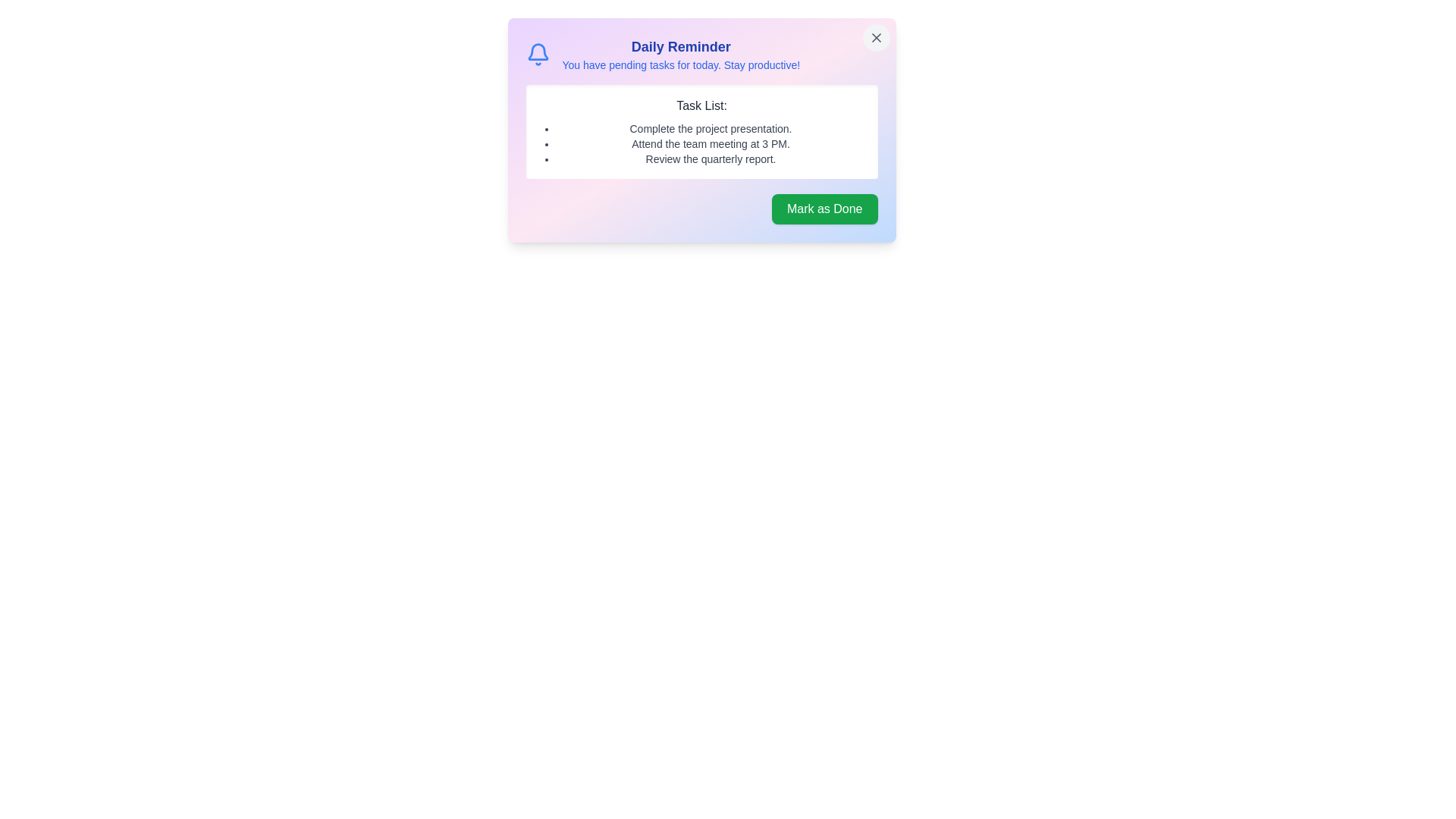 The width and height of the screenshot is (1456, 819). Describe the element at coordinates (876, 37) in the screenshot. I see `the close button located at the top-right corner of the notification` at that location.